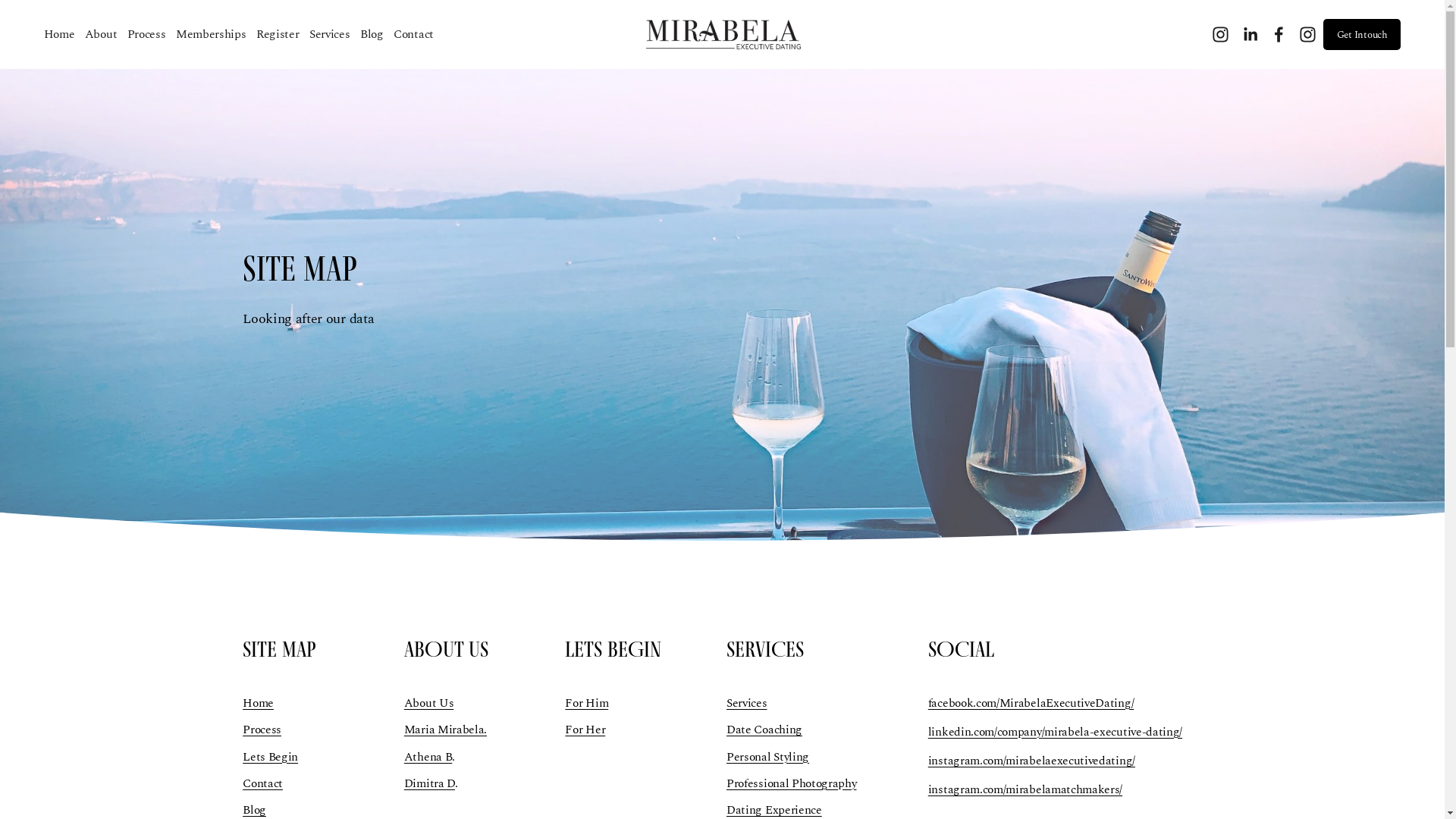  What do you see at coordinates (428, 757) in the screenshot?
I see `'Athena B'` at bounding box center [428, 757].